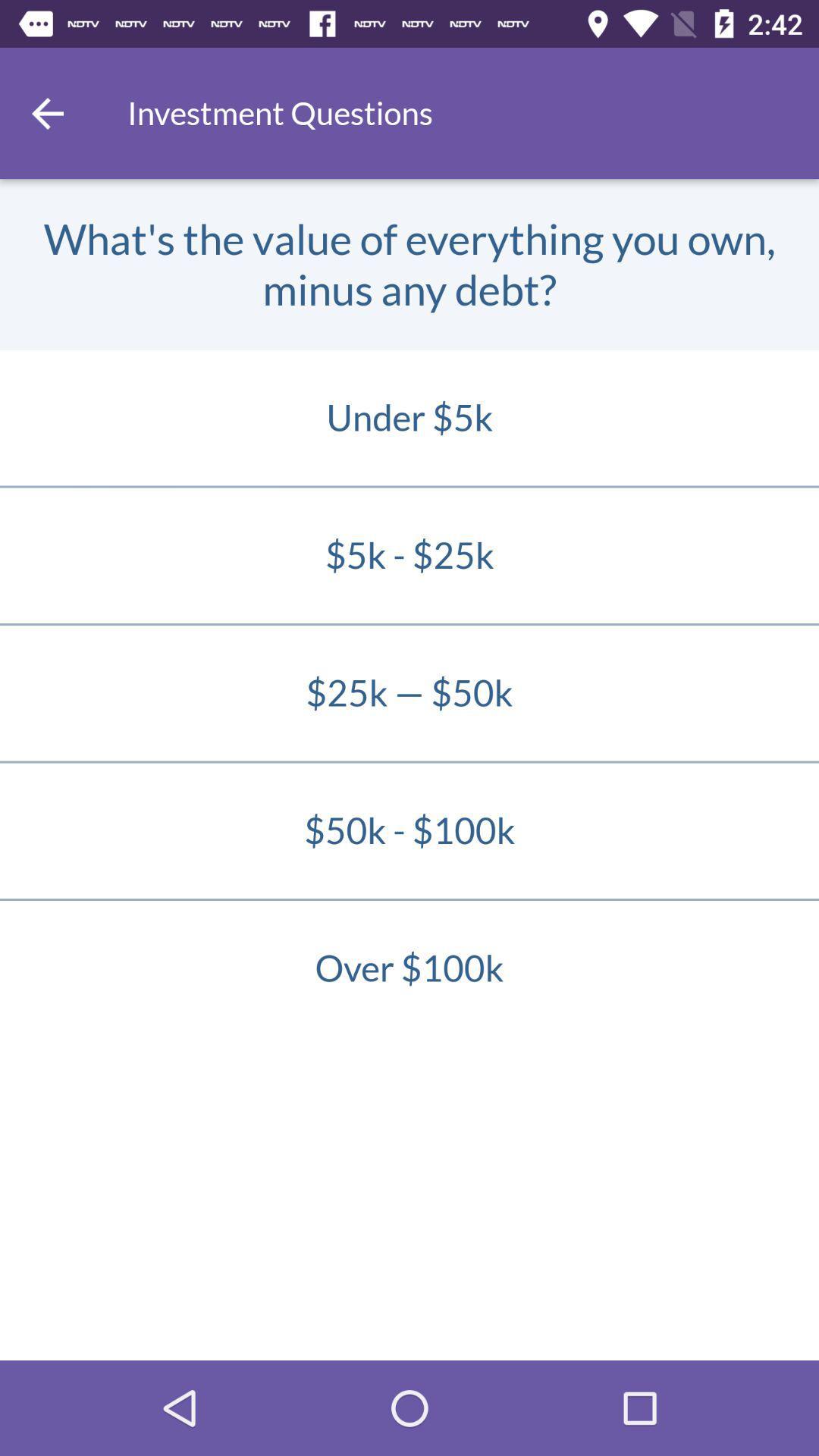 This screenshot has height=1456, width=819. What do you see at coordinates (46, 112) in the screenshot?
I see `the arrow_backward icon` at bounding box center [46, 112].